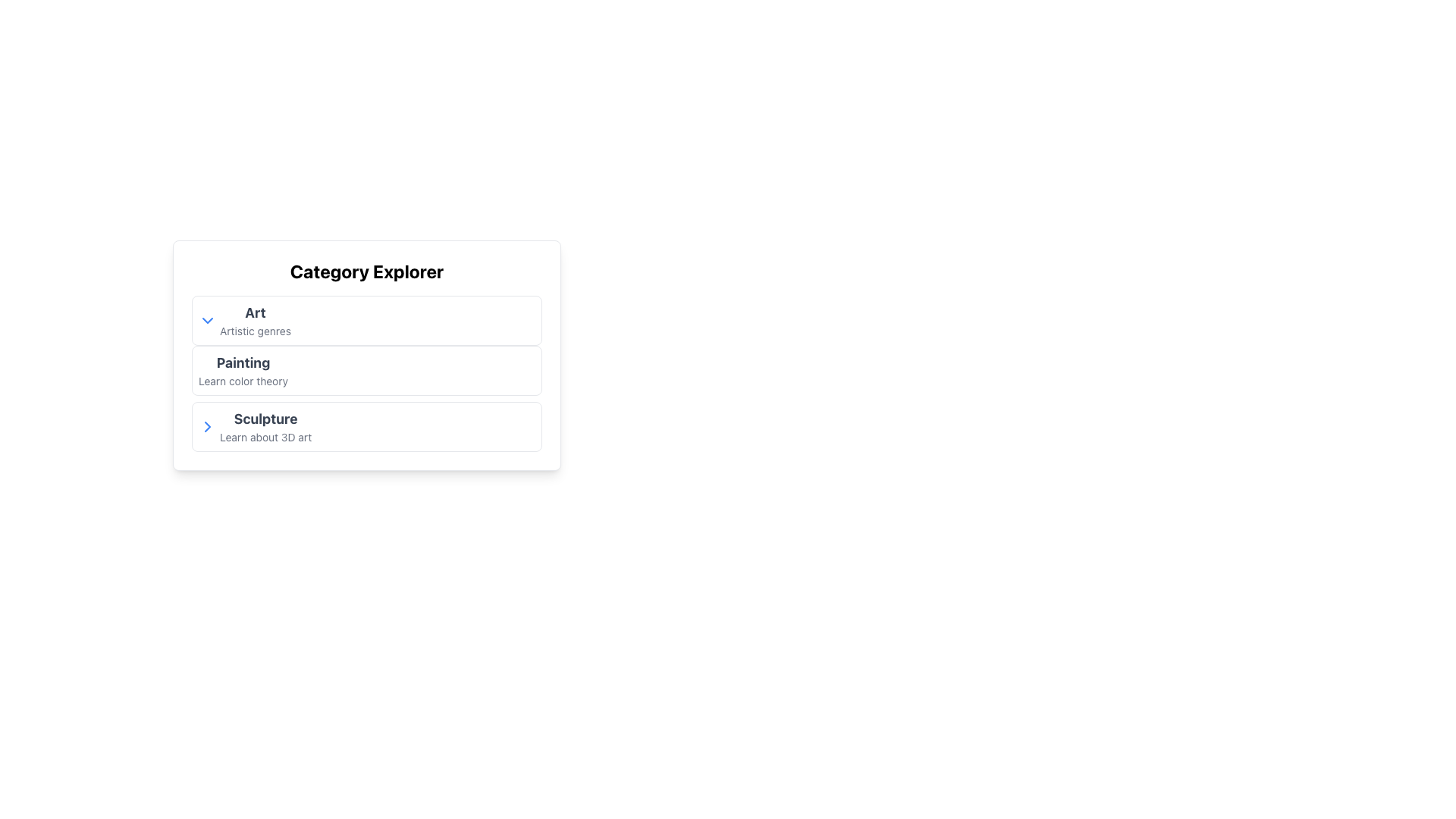 The width and height of the screenshot is (1456, 819). What do you see at coordinates (206, 427) in the screenshot?
I see `the SVG arrow icon at the leftmost part of the row labeled 'Sculpture Learn about 3D art'` at bounding box center [206, 427].